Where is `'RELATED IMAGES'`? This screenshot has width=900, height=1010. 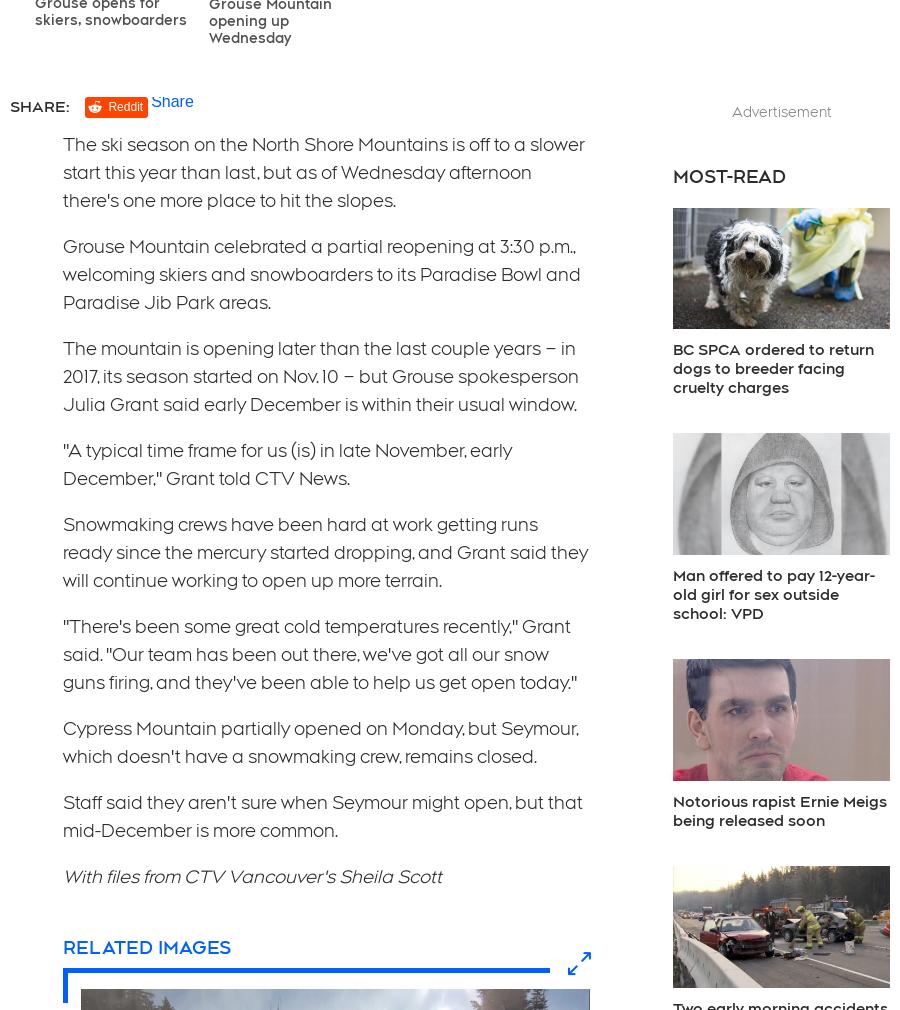
'RELATED IMAGES' is located at coordinates (145, 947).